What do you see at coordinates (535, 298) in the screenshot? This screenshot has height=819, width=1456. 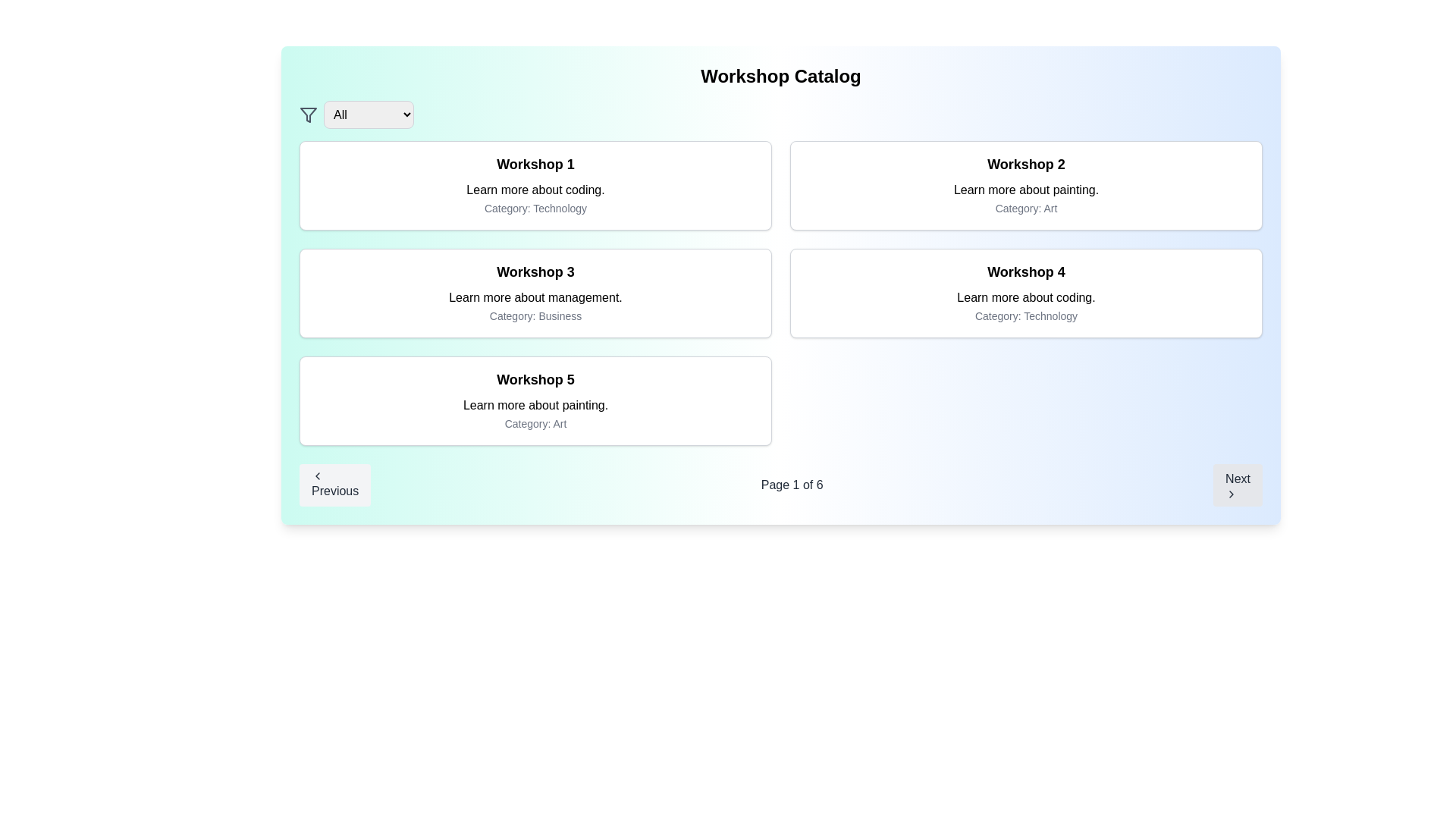 I see `the introductory text for 'Workshop 3', which is positioned directly below the title and above the category label in the left column of workshop cards` at bounding box center [535, 298].